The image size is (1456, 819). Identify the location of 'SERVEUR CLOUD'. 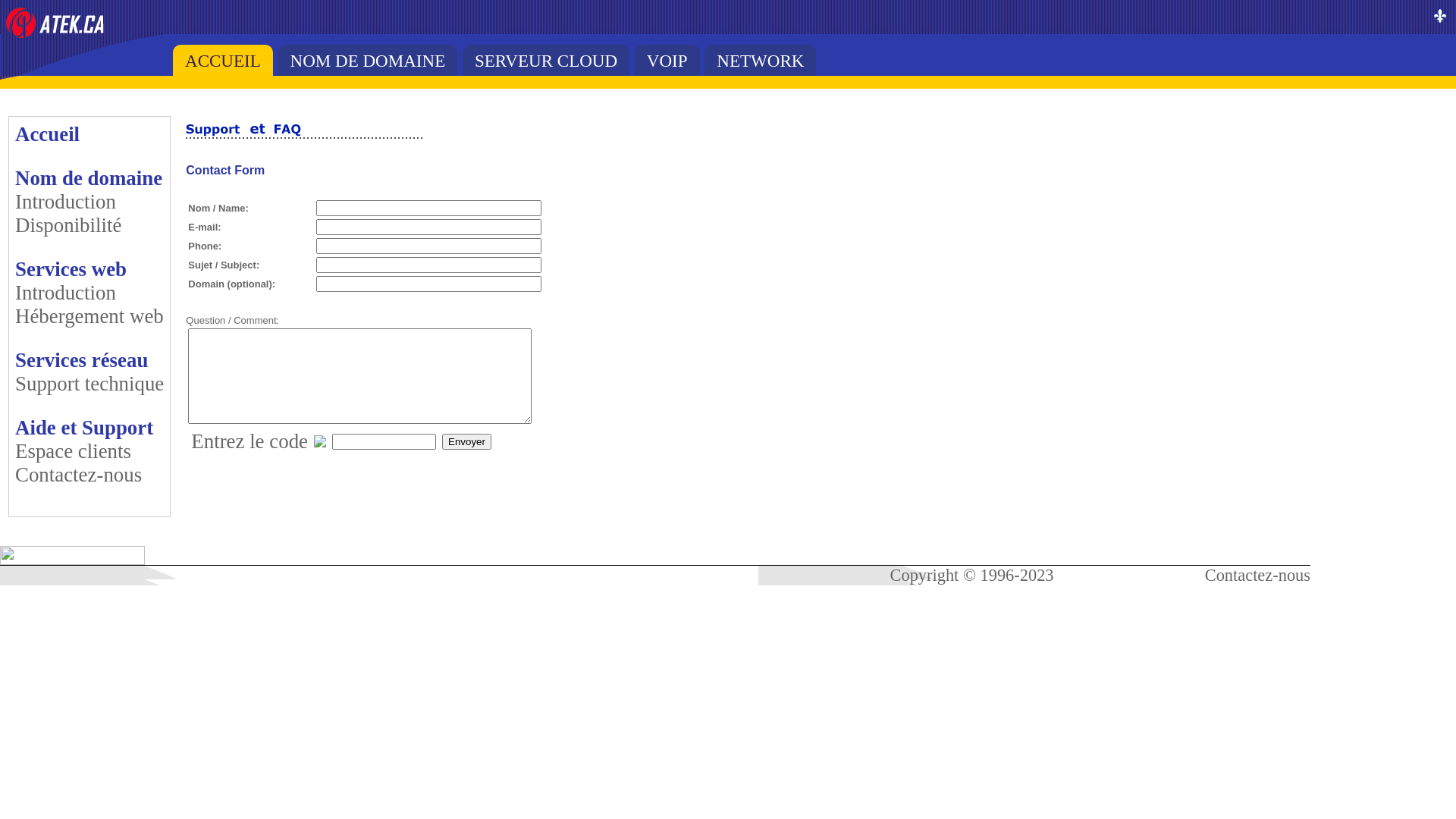
(546, 59).